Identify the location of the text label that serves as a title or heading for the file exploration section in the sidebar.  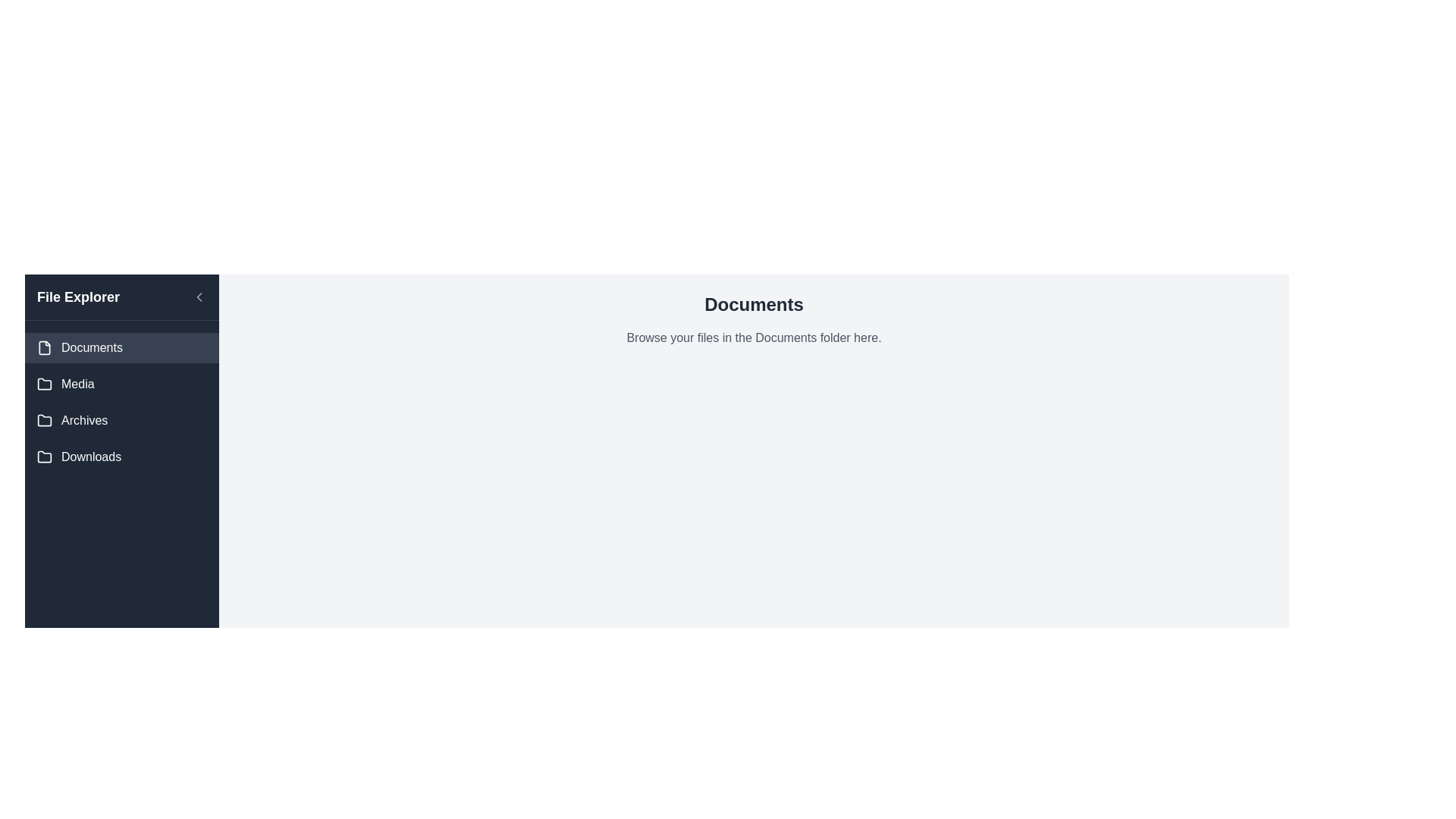
(77, 297).